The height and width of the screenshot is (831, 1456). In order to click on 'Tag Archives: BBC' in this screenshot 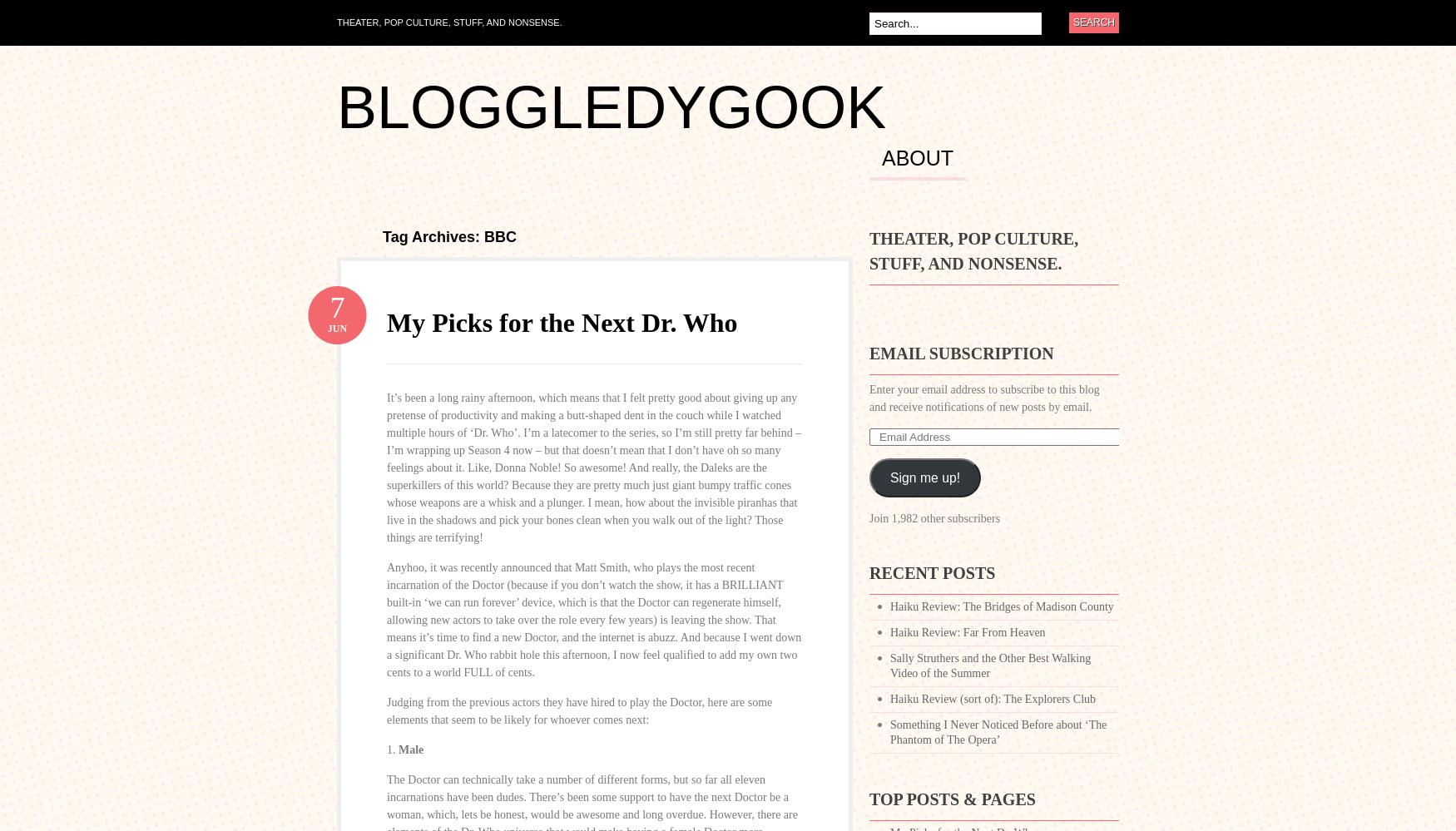, I will do `click(448, 236)`.